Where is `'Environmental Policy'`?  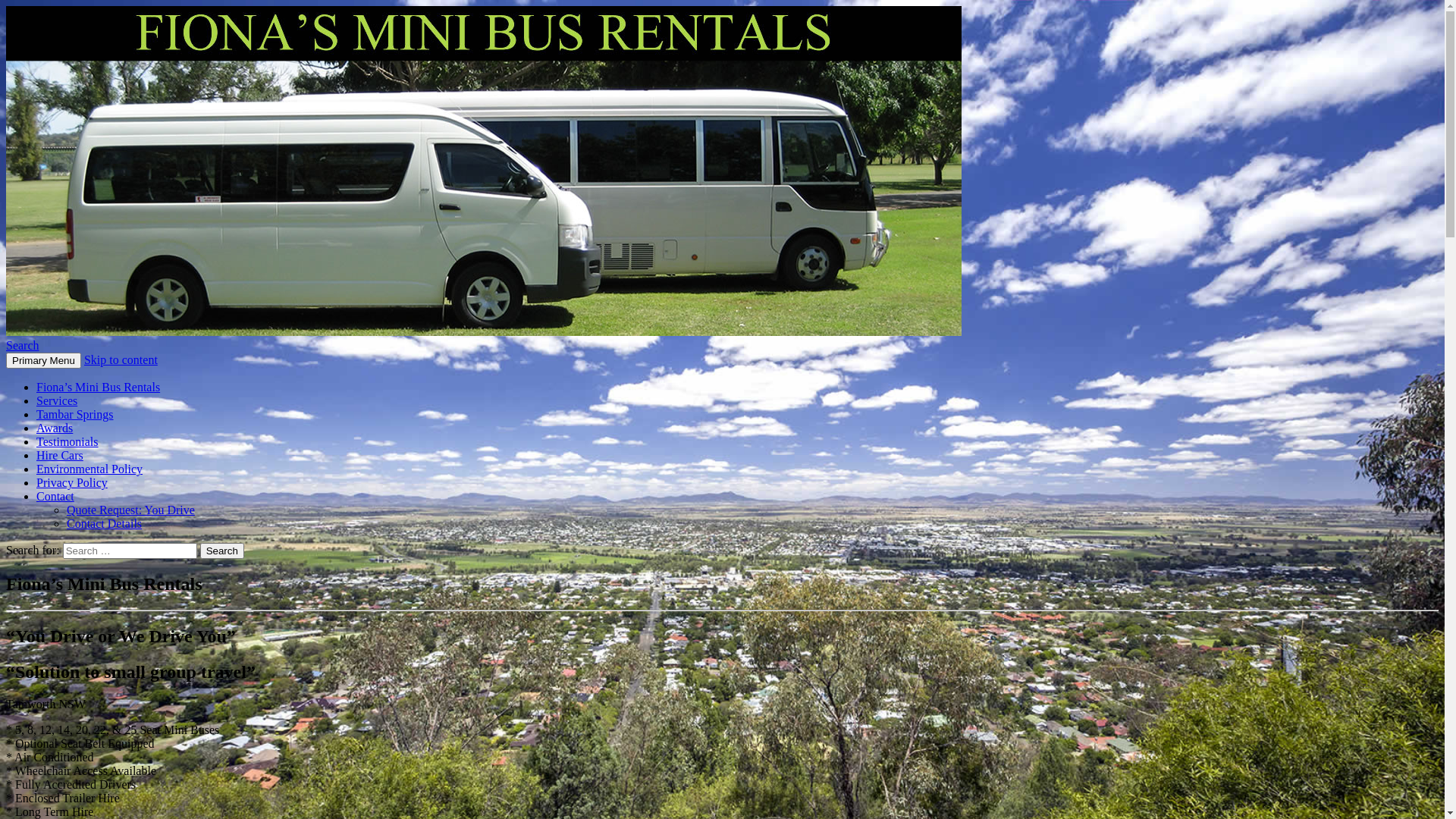
'Environmental Policy' is located at coordinates (36, 468).